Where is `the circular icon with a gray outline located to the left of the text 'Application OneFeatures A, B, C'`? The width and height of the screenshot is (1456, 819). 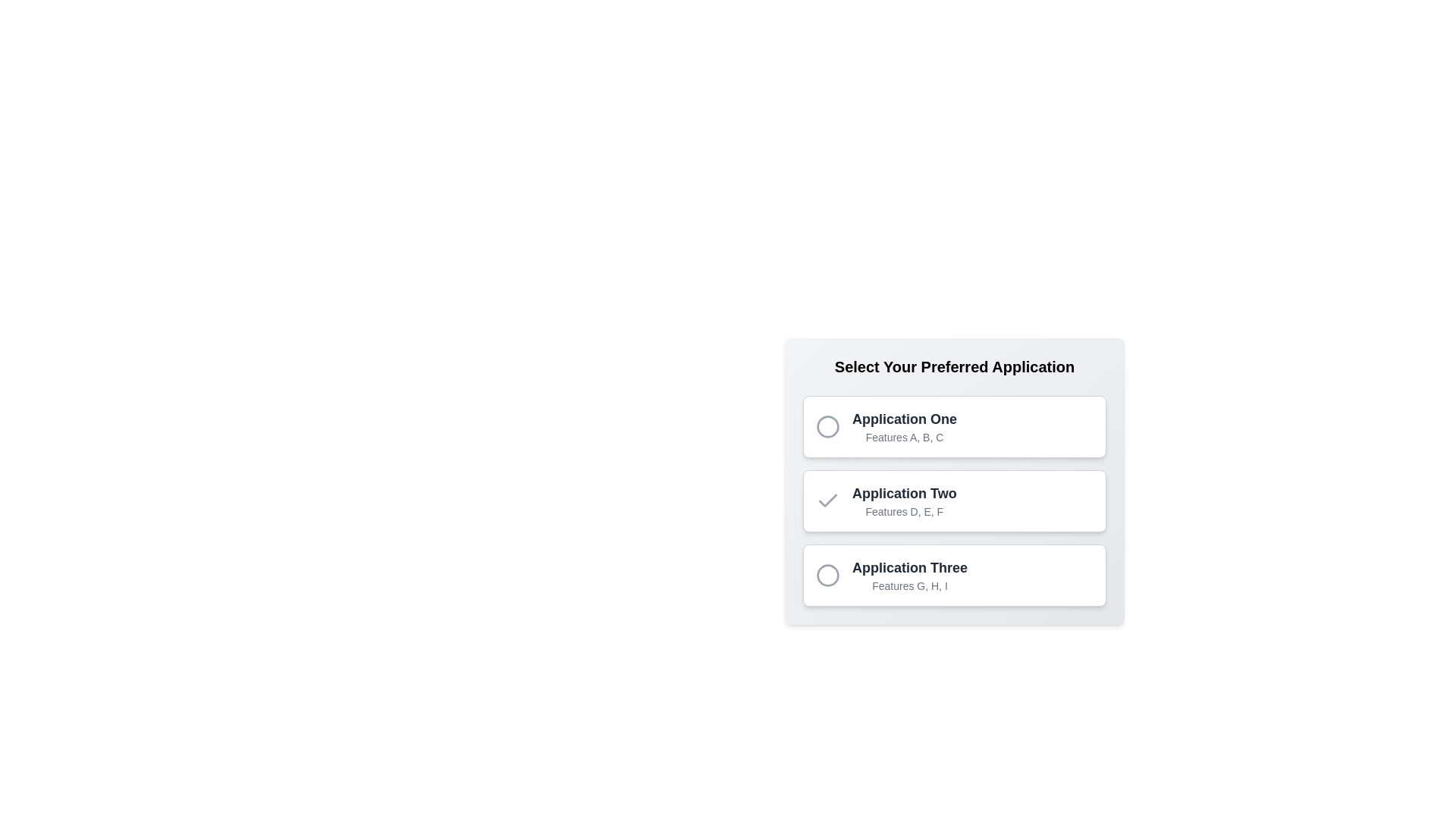
the circular icon with a gray outline located to the left of the text 'Application OneFeatures A, B, C' is located at coordinates (827, 427).